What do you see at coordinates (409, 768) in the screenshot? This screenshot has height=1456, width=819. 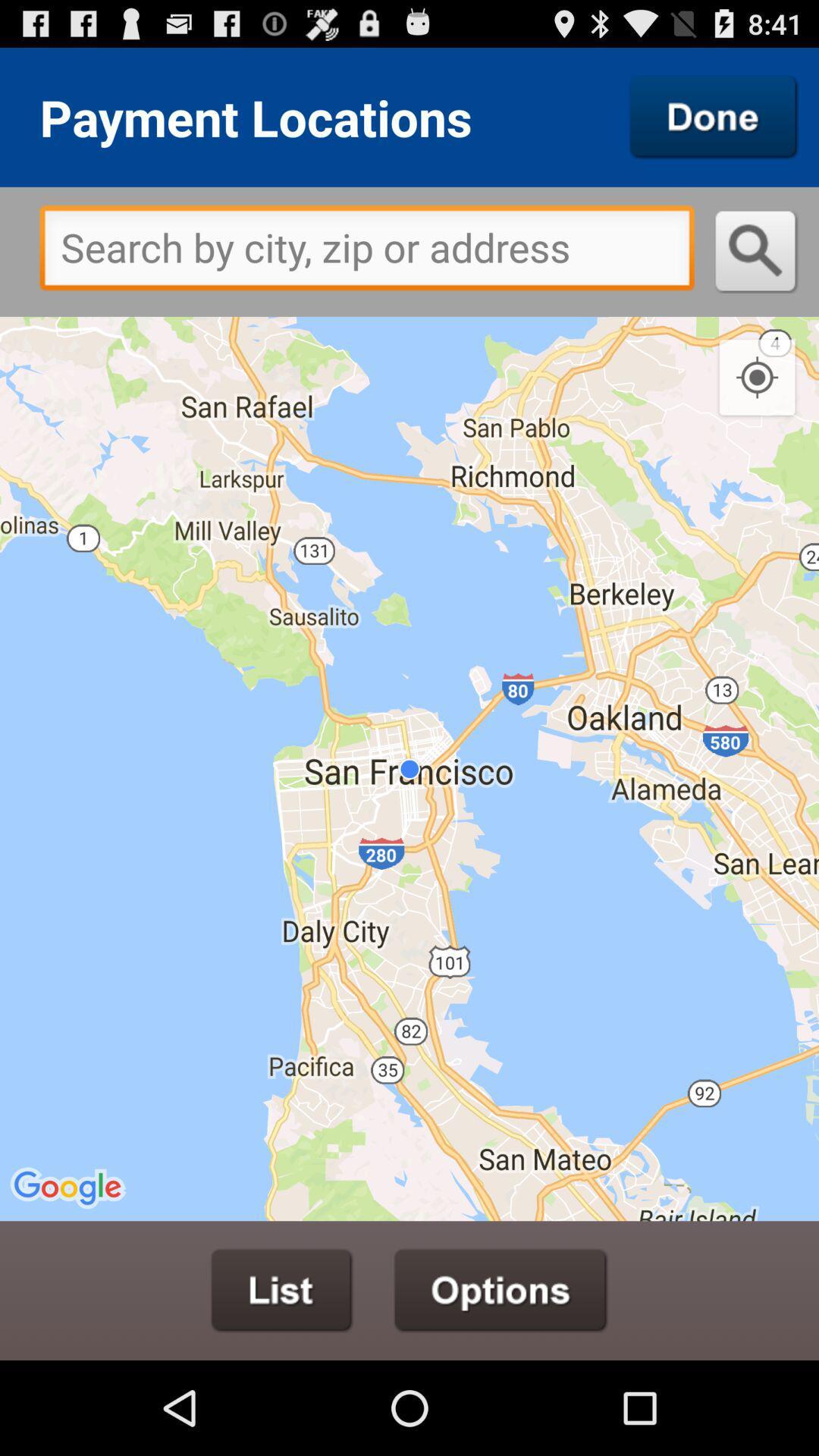 I see `icon at the center` at bounding box center [409, 768].